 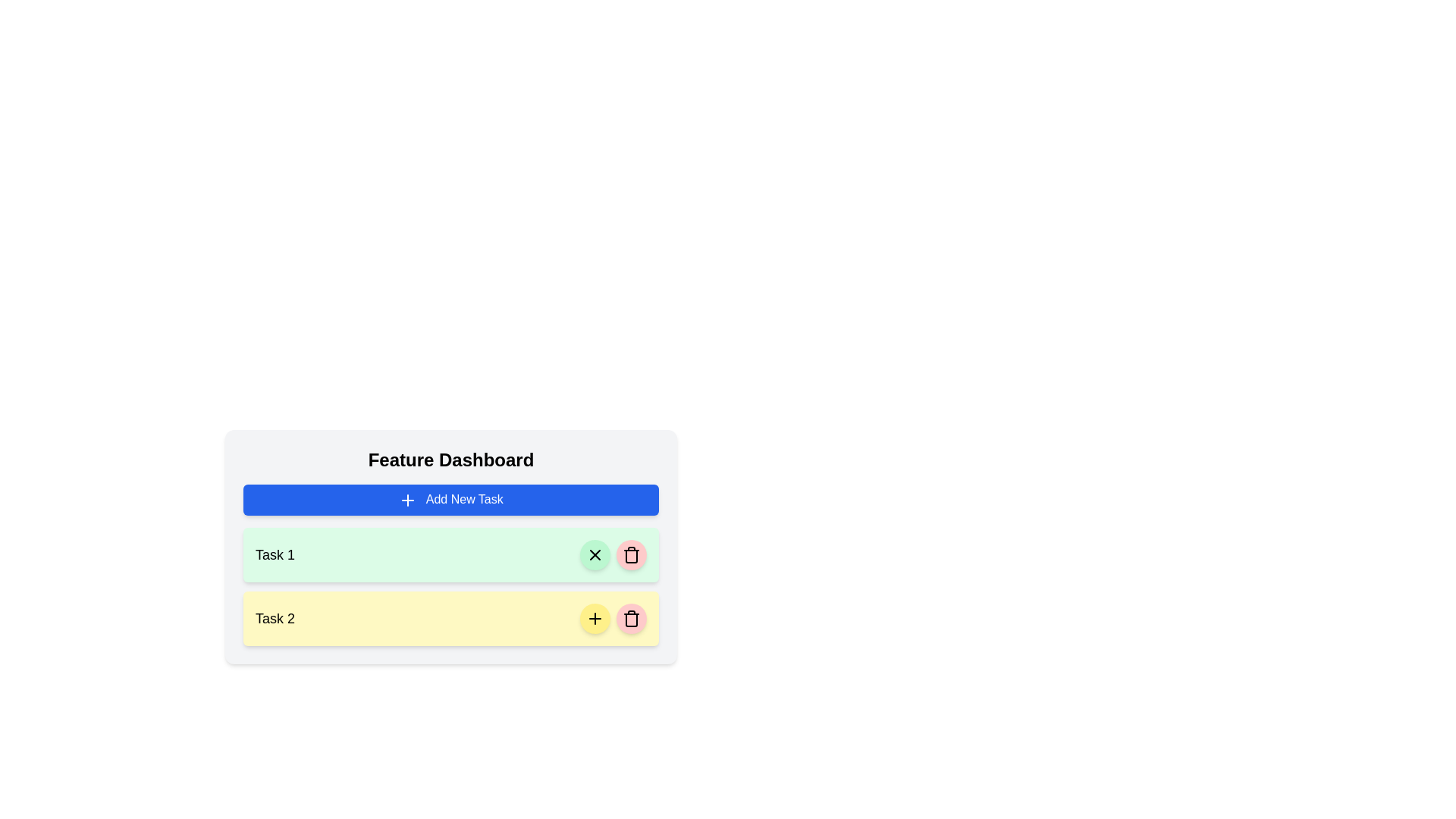 What do you see at coordinates (632, 617) in the screenshot?
I see `the delete button located at the far right of the yellow task item section in the task list` at bounding box center [632, 617].